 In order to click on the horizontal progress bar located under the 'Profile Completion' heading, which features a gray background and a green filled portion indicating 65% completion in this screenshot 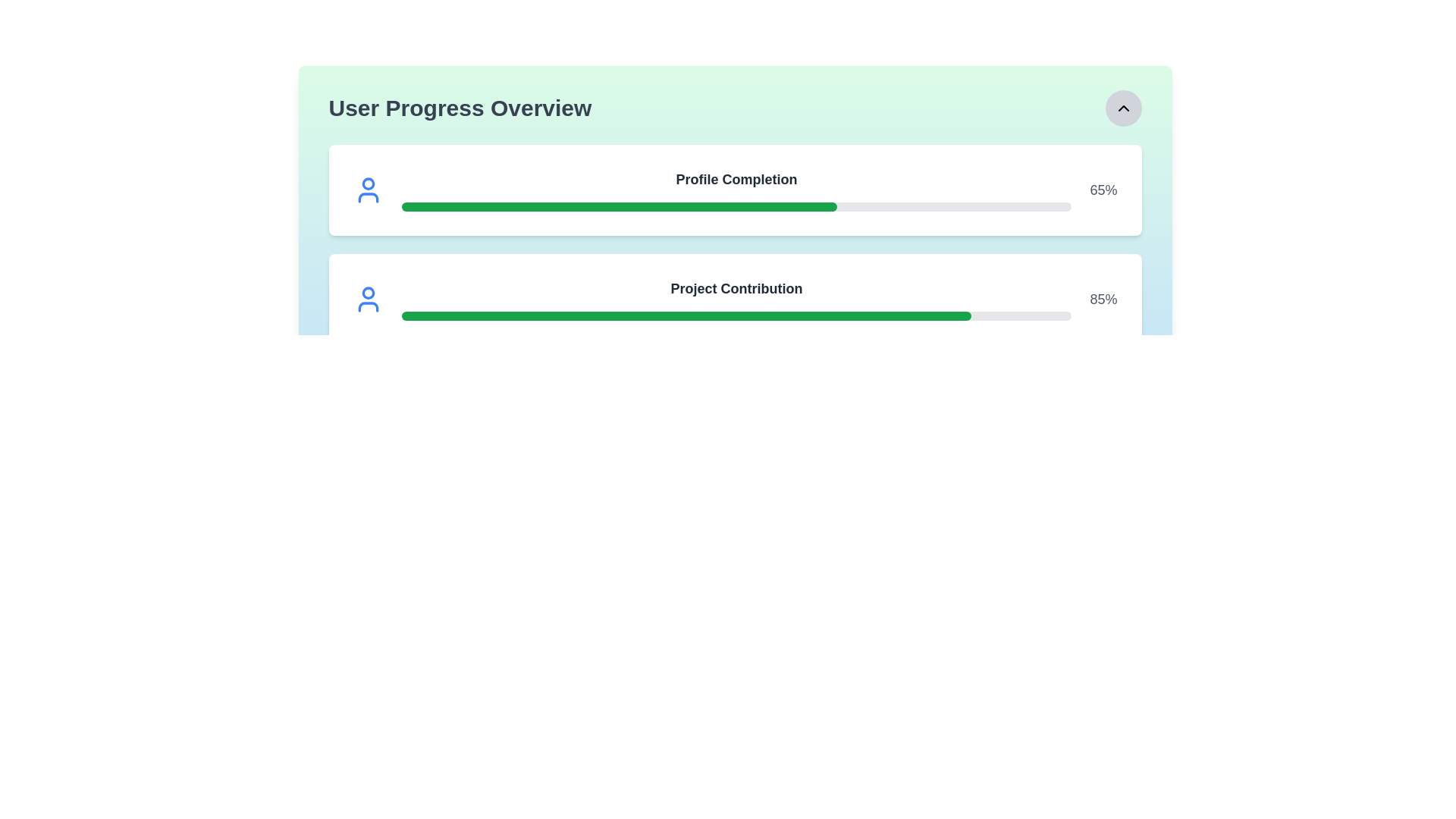, I will do `click(736, 207)`.